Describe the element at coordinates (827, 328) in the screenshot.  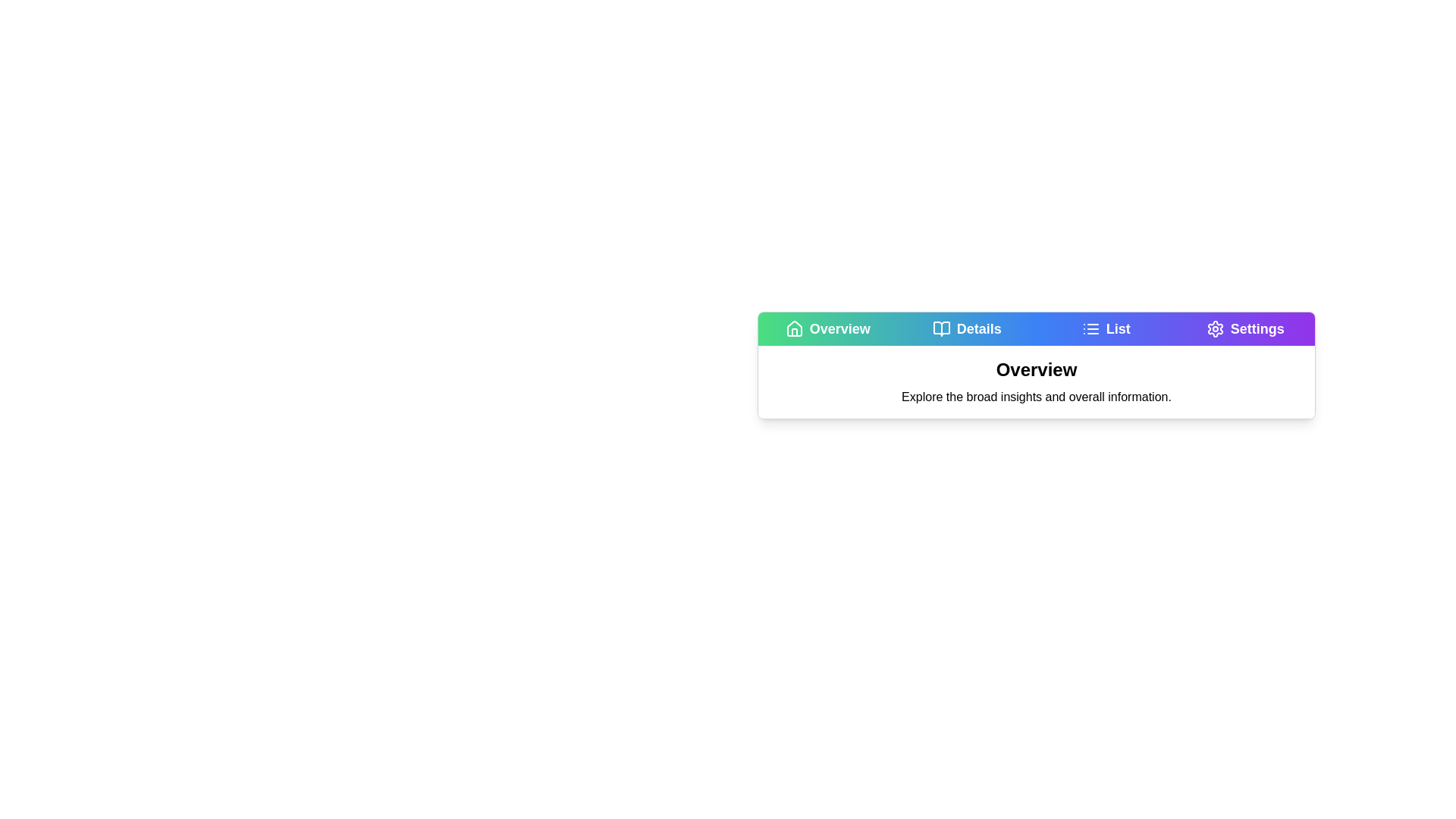
I see `the 'Overview' button, which is the first element in the navigation bar featuring a white house icon and bold 'Overview' text on a green-to-blue gradient background` at that location.